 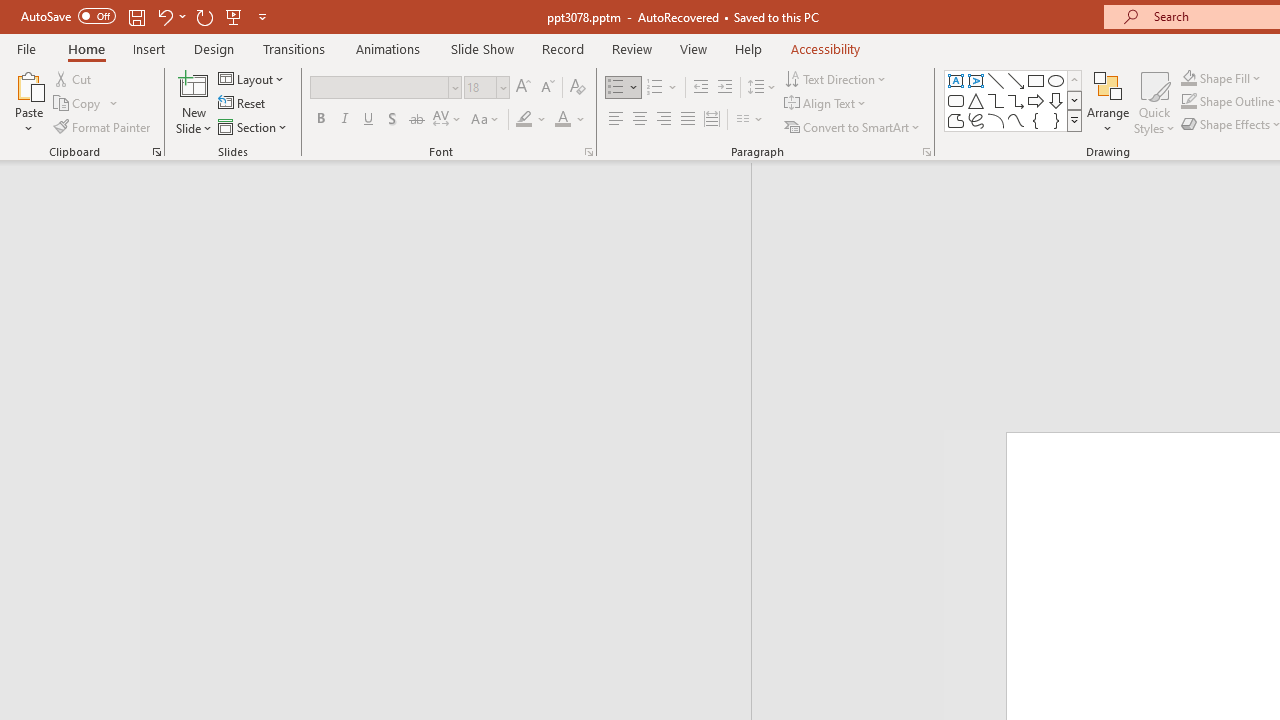 What do you see at coordinates (1014, 100) in the screenshot?
I see `'AutomationID: ShapesInsertGallery'` at bounding box center [1014, 100].